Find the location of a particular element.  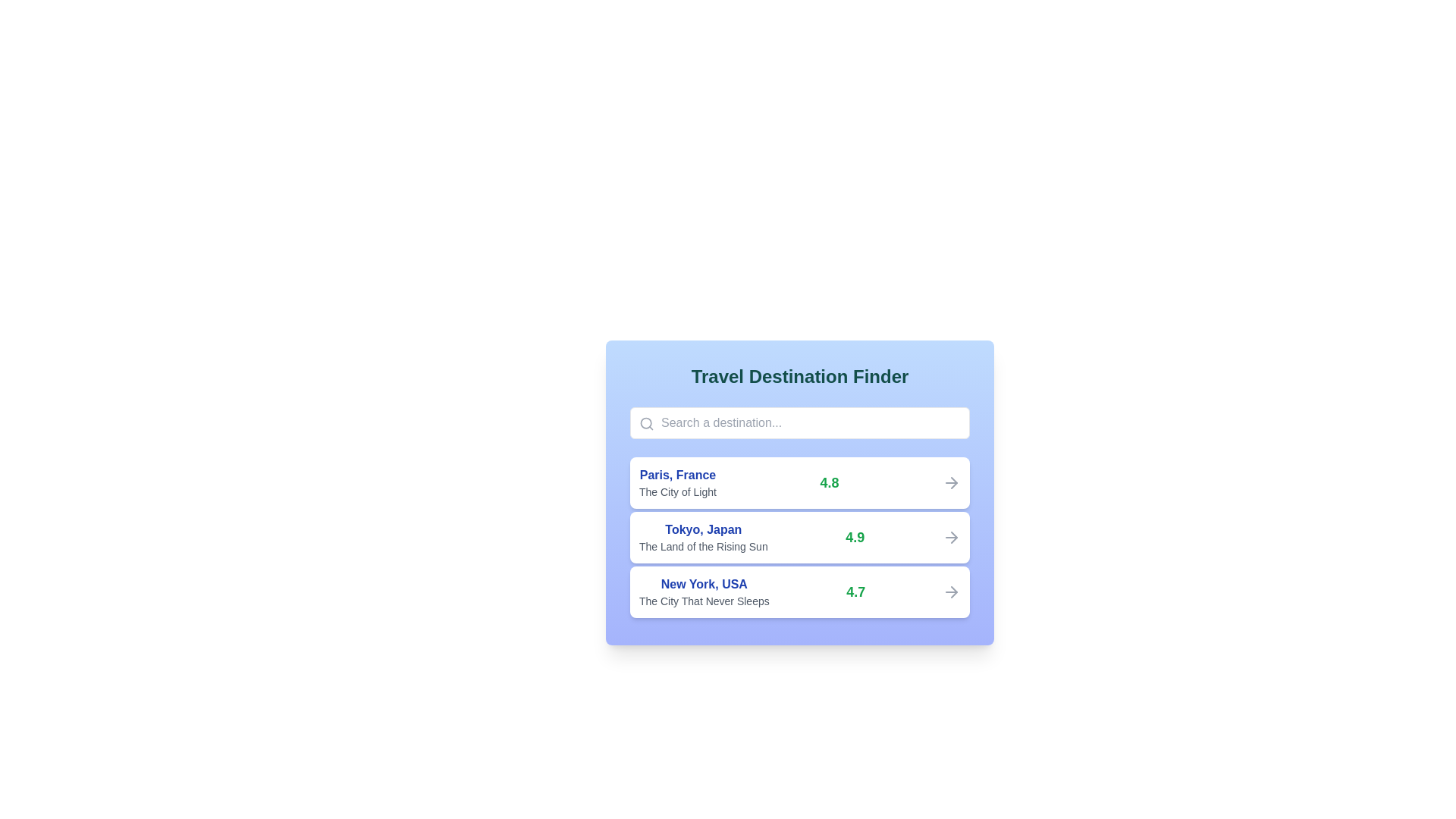

the travel destination using the information from the Text Label located is located at coordinates (703, 584).